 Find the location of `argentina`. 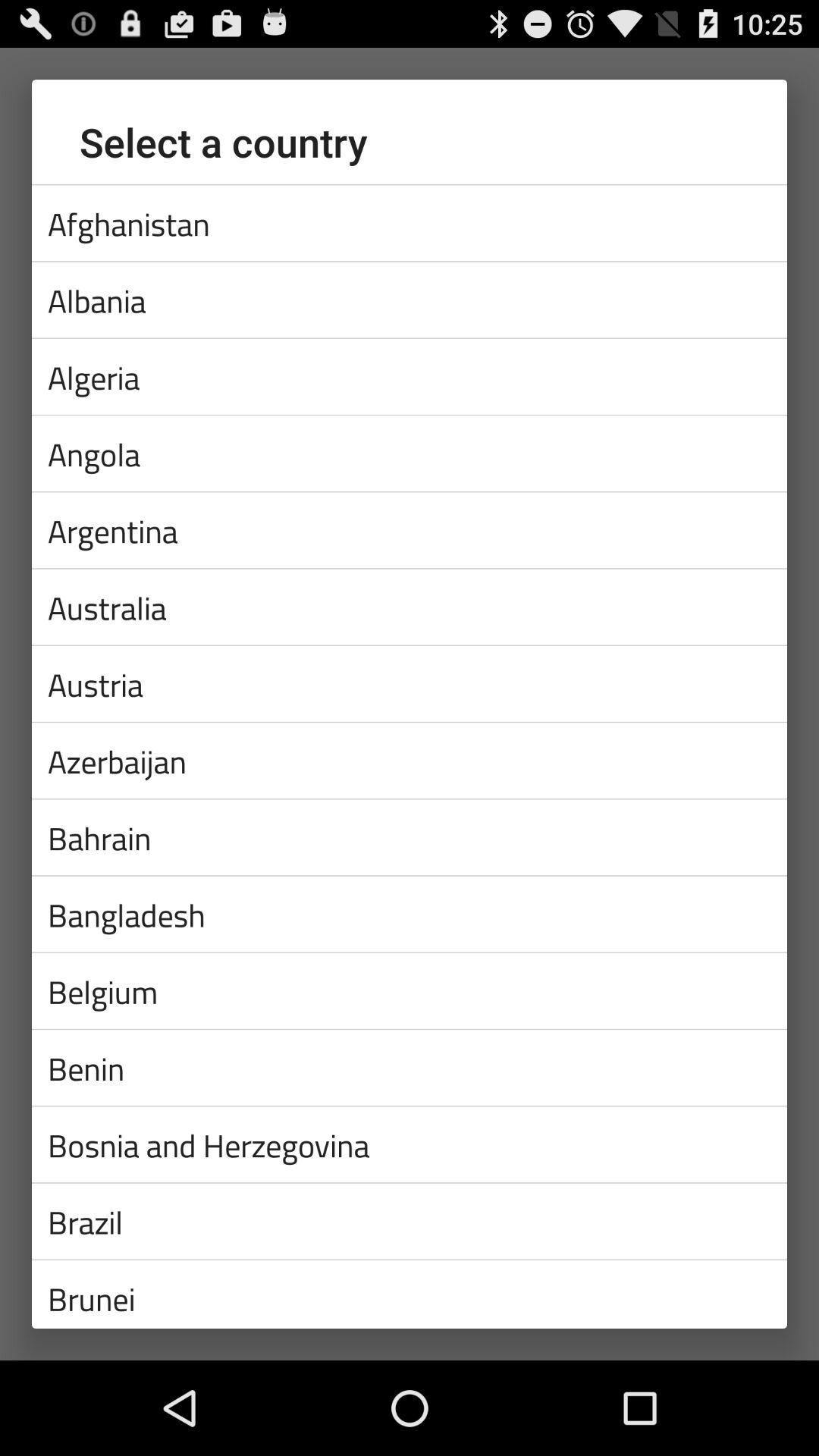

argentina is located at coordinates (409, 530).